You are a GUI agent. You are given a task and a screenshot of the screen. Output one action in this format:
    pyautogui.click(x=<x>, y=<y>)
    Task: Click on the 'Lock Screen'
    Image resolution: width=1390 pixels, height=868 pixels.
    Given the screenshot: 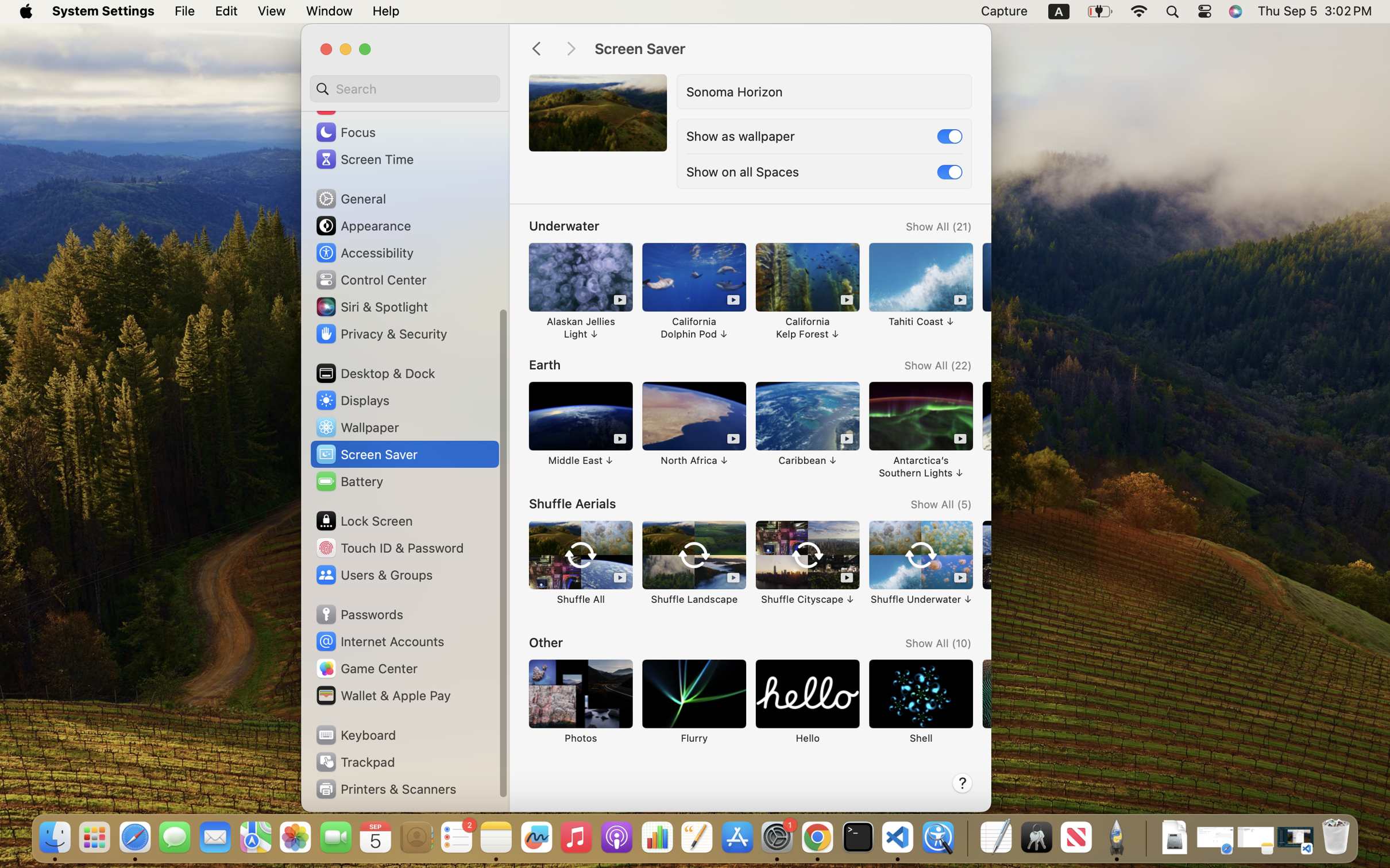 What is the action you would take?
    pyautogui.click(x=363, y=520)
    